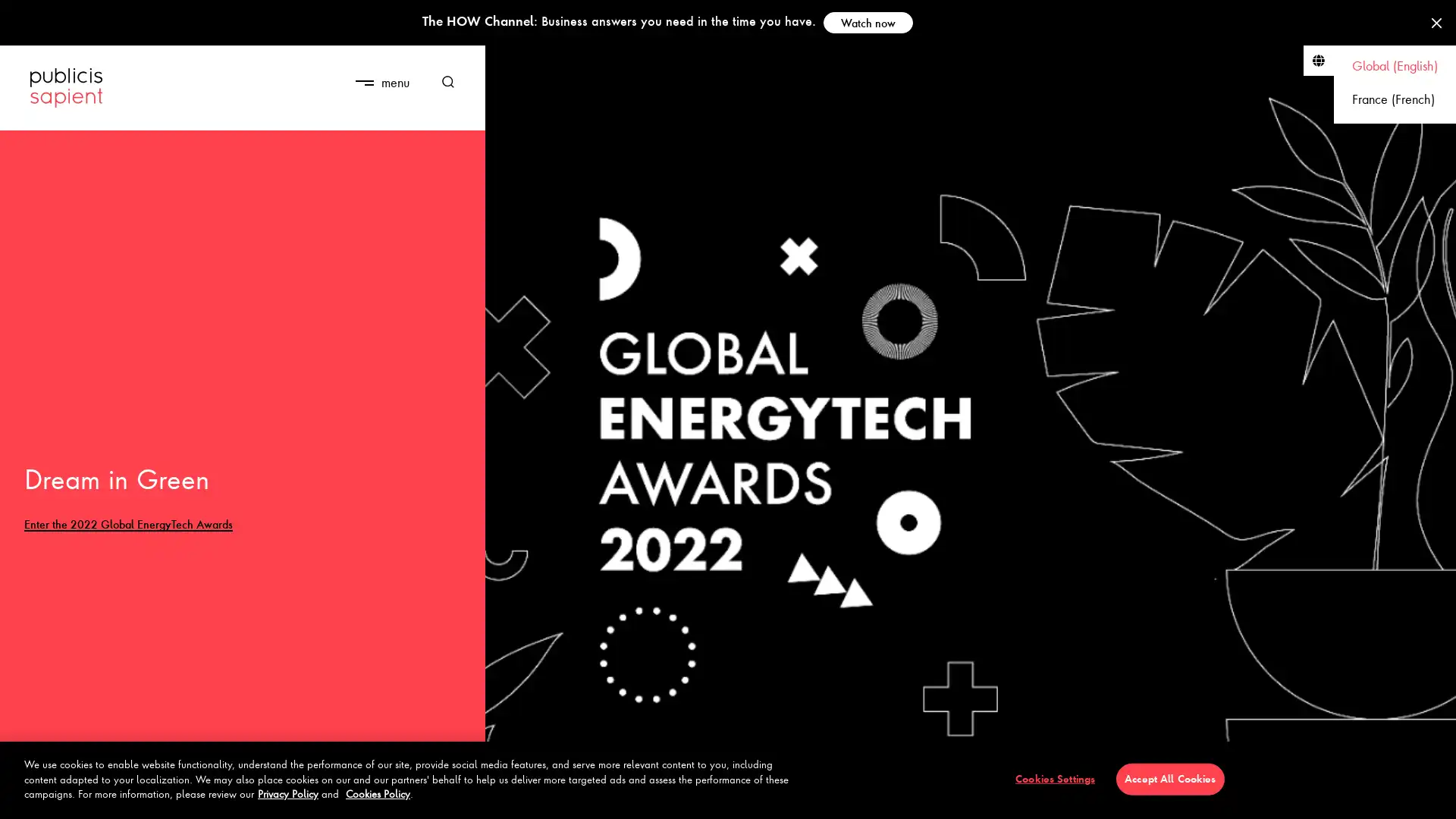 This screenshot has height=819, width=1456. I want to click on Display Slide 1, so click(50, 798).